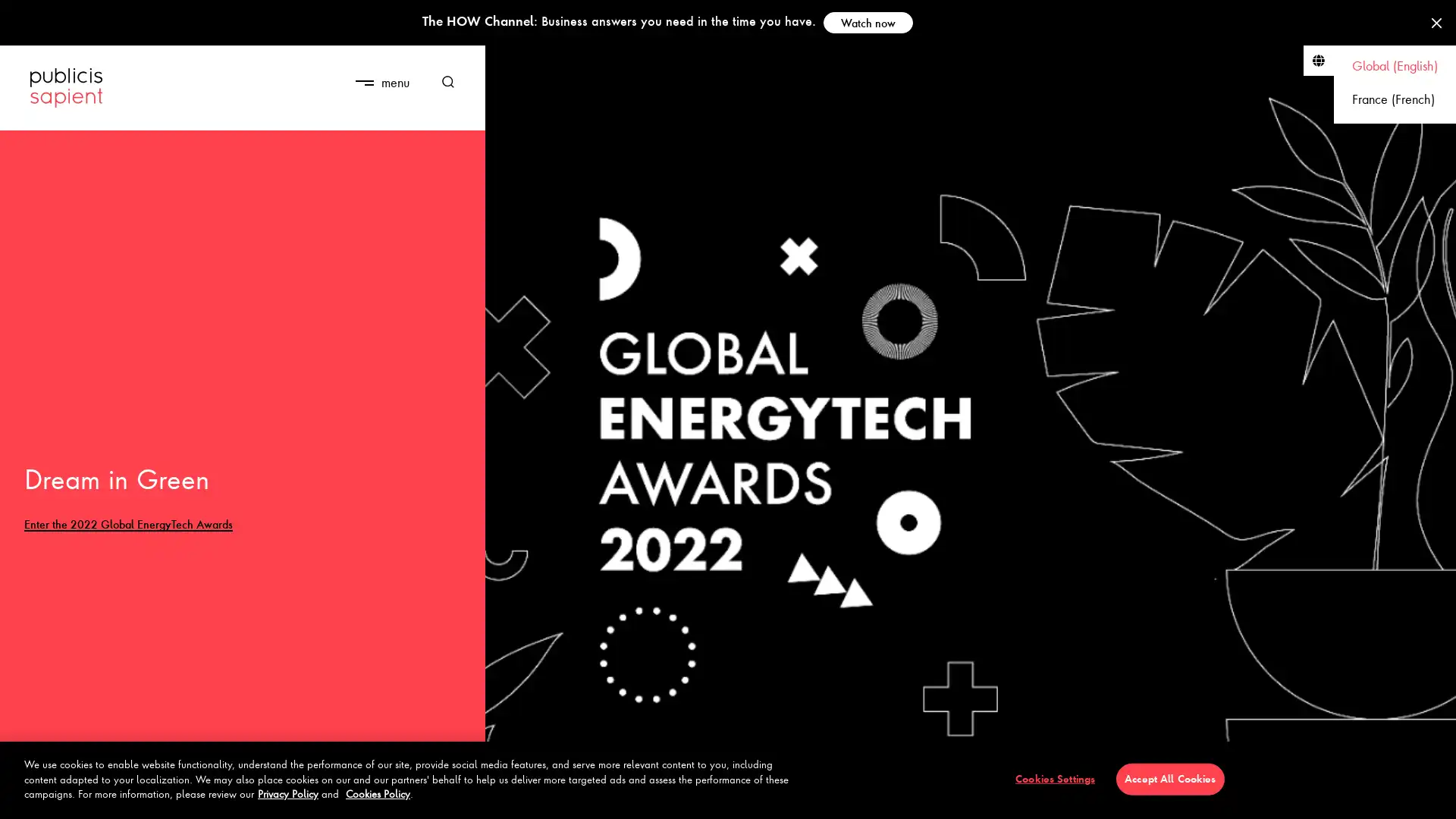 This screenshot has height=819, width=1456. I want to click on Display Slide 1, so click(50, 798).